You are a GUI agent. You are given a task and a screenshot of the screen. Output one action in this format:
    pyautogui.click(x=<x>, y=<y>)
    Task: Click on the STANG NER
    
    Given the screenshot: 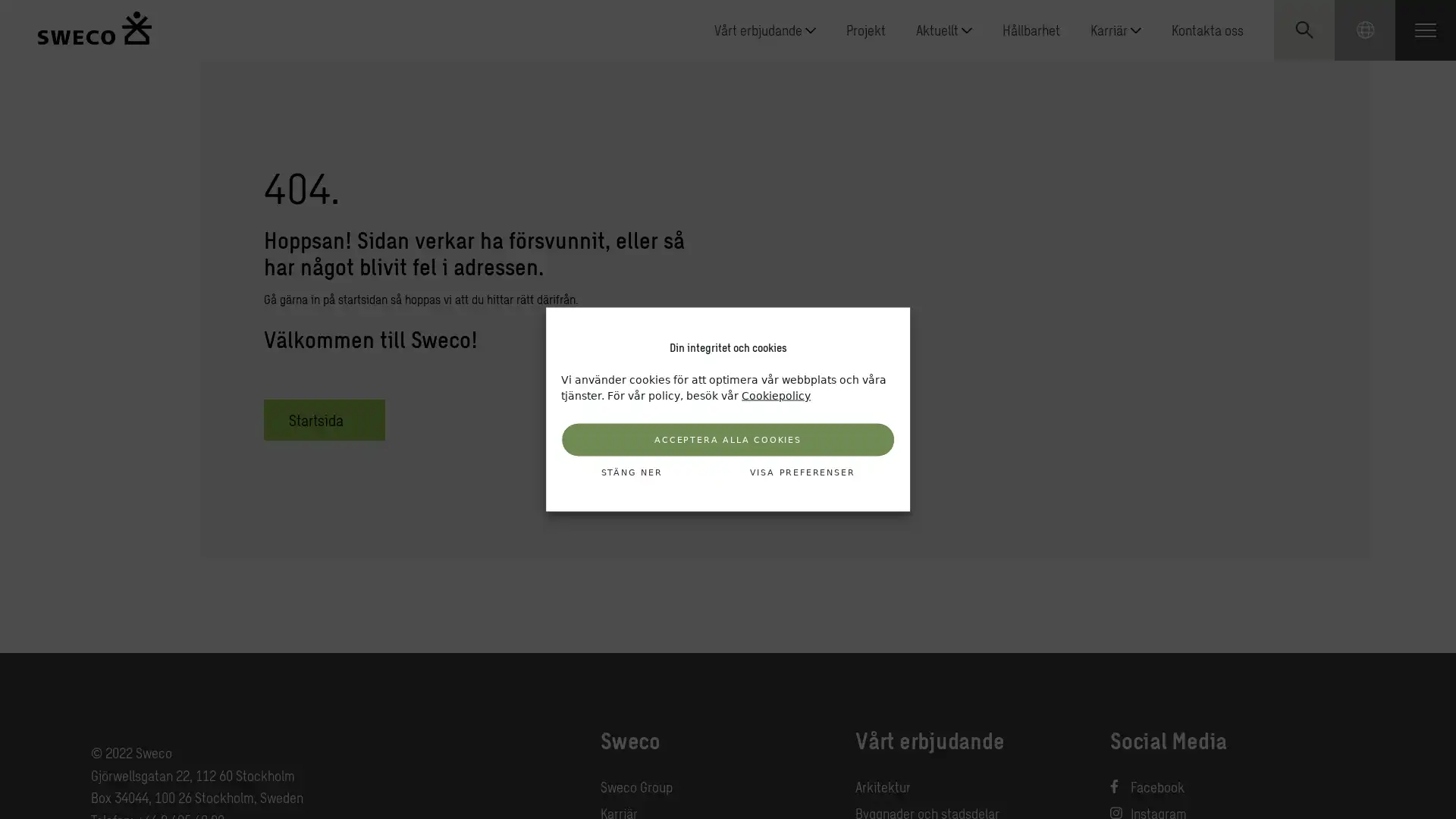 What is the action you would take?
    pyautogui.click(x=631, y=472)
    